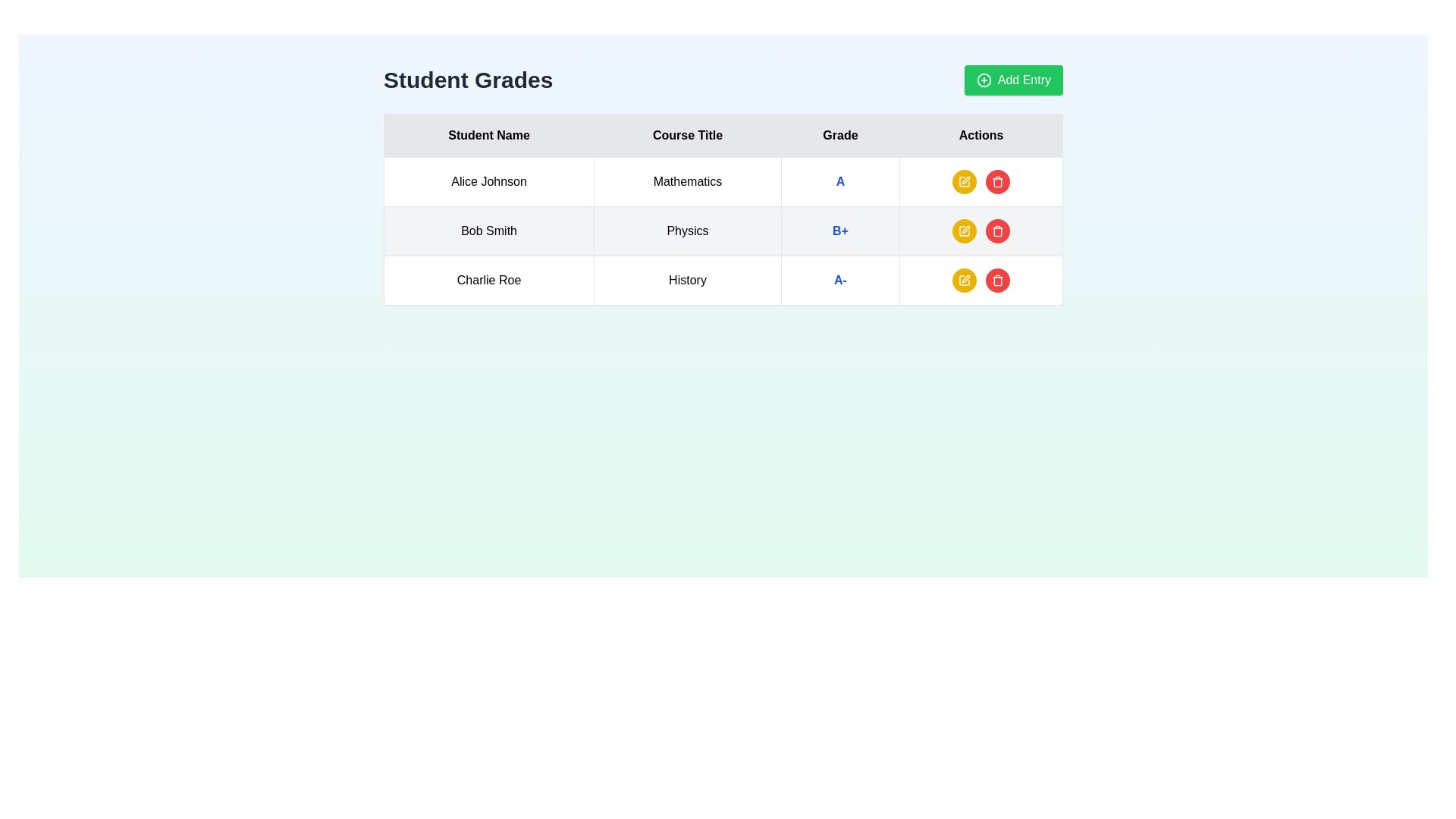 Image resolution: width=1456 pixels, height=819 pixels. Describe the element at coordinates (981, 281) in the screenshot. I see `the red delete button in the 'Actions' column for the row labeled 'Charlie Roe' to initiate a delete operation` at that location.